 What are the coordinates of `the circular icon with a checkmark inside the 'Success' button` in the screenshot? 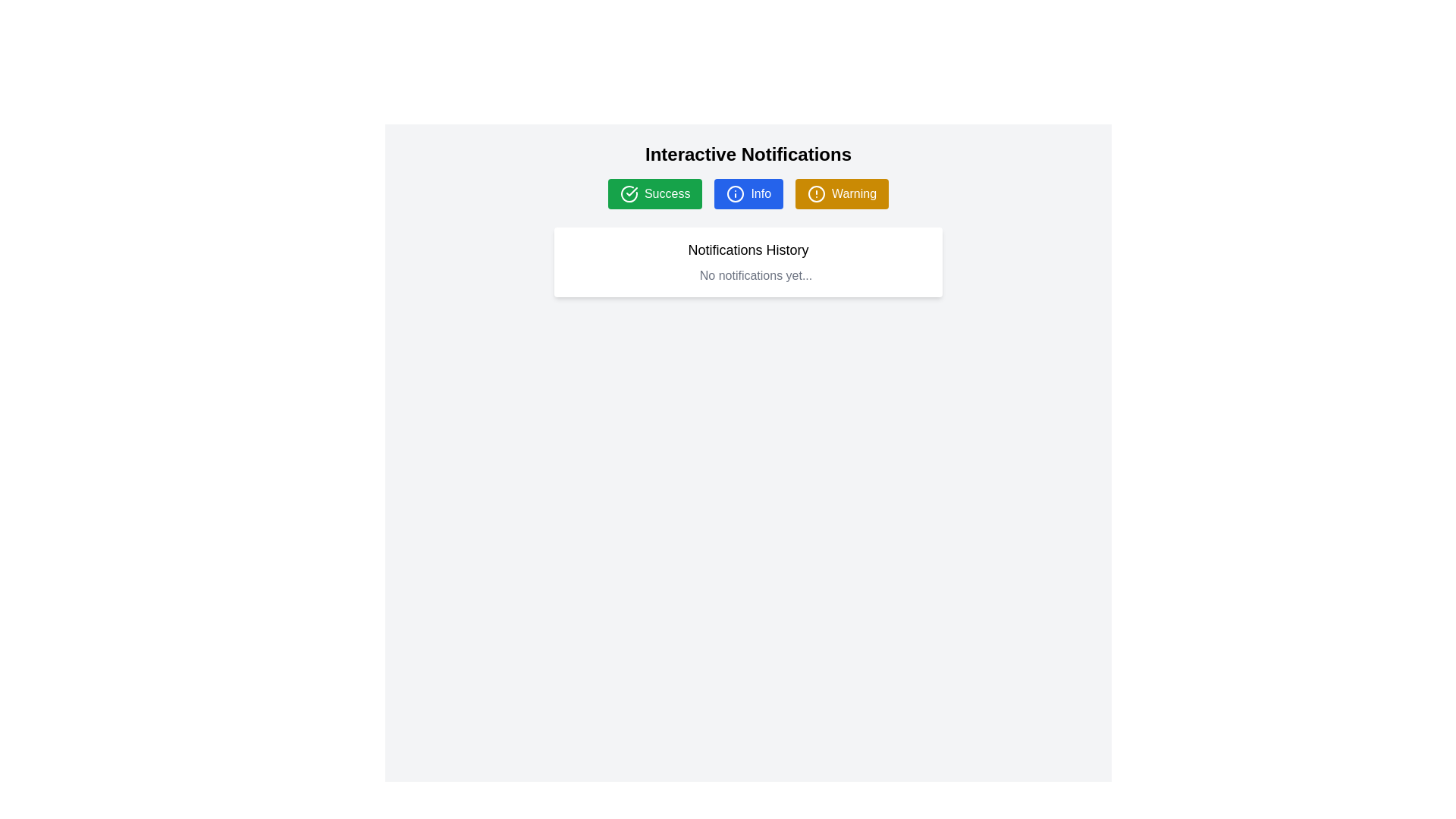 It's located at (629, 193).